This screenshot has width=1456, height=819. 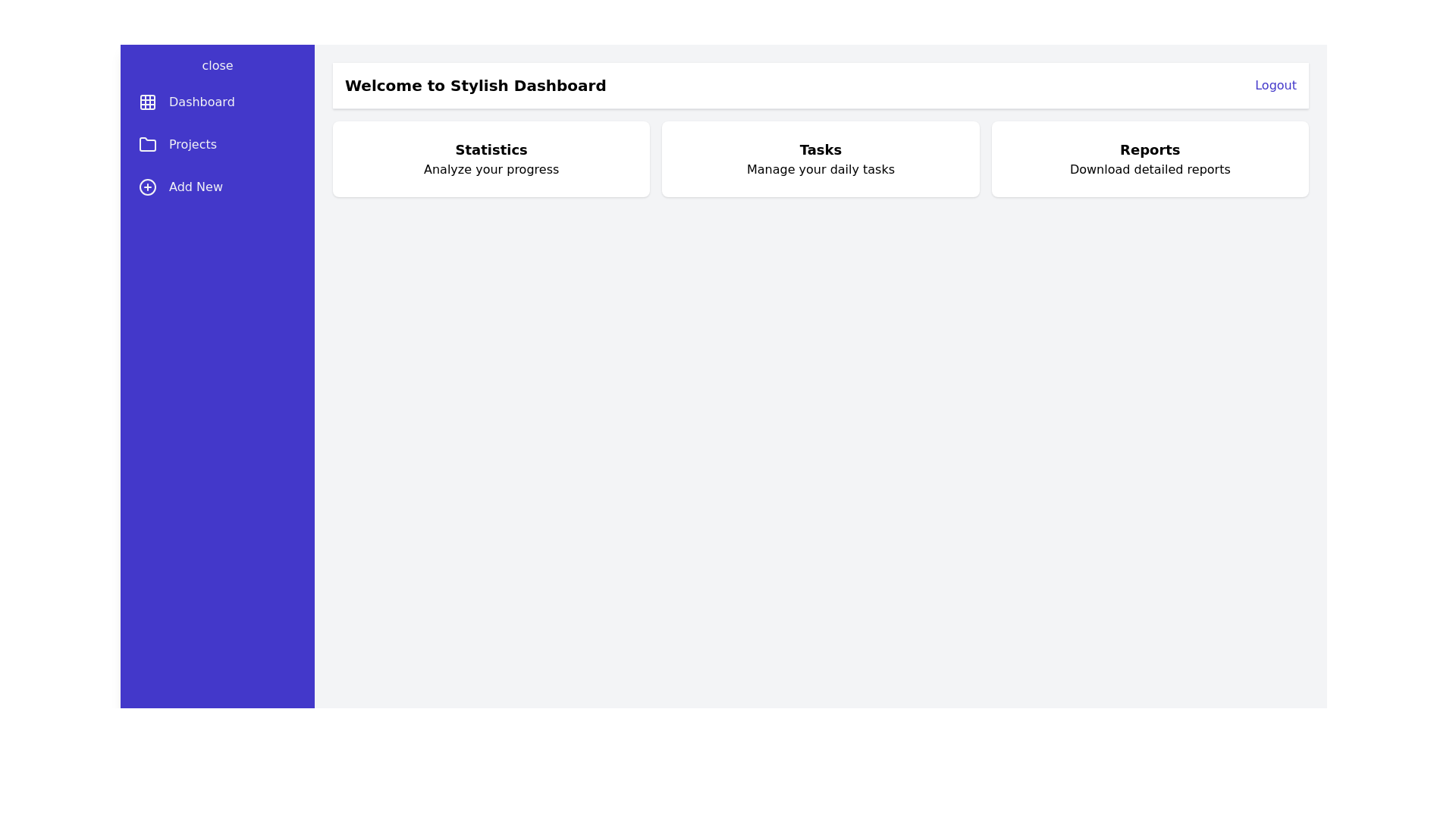 What do you see at coordinates (148, 145) in the screenshot?
I see `the 'Projects' icon in the sidebar navigation menu` at bounding box center [148, 145].